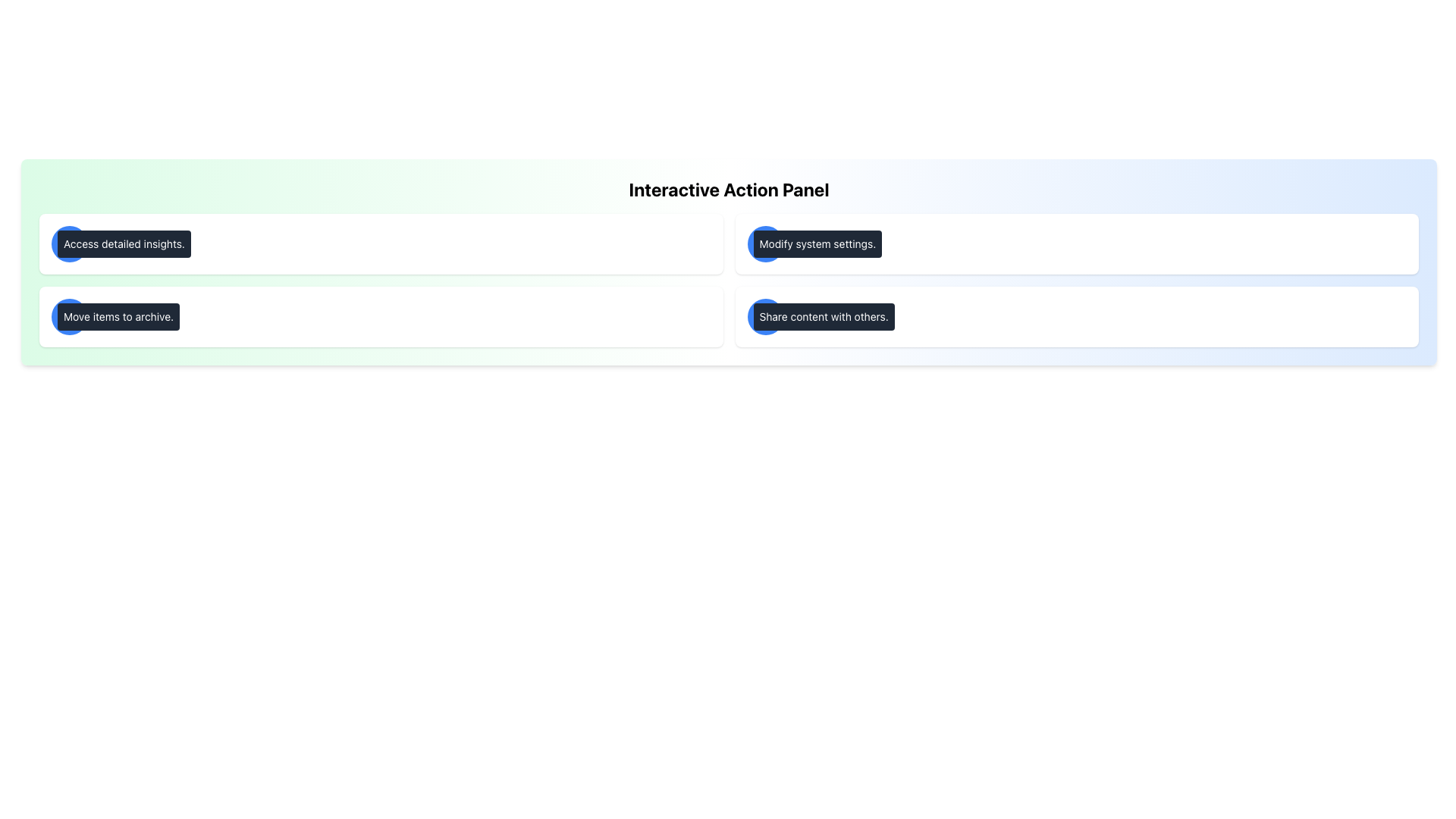 The width and height of the screenshot is (1456, 819). Describe the element at coordinates (765, 243) in the screenshot. I see `the circular blue button containing a gear icon, located in the second row of the interactive panel next to the 'Modify system settings.' text` at that location.